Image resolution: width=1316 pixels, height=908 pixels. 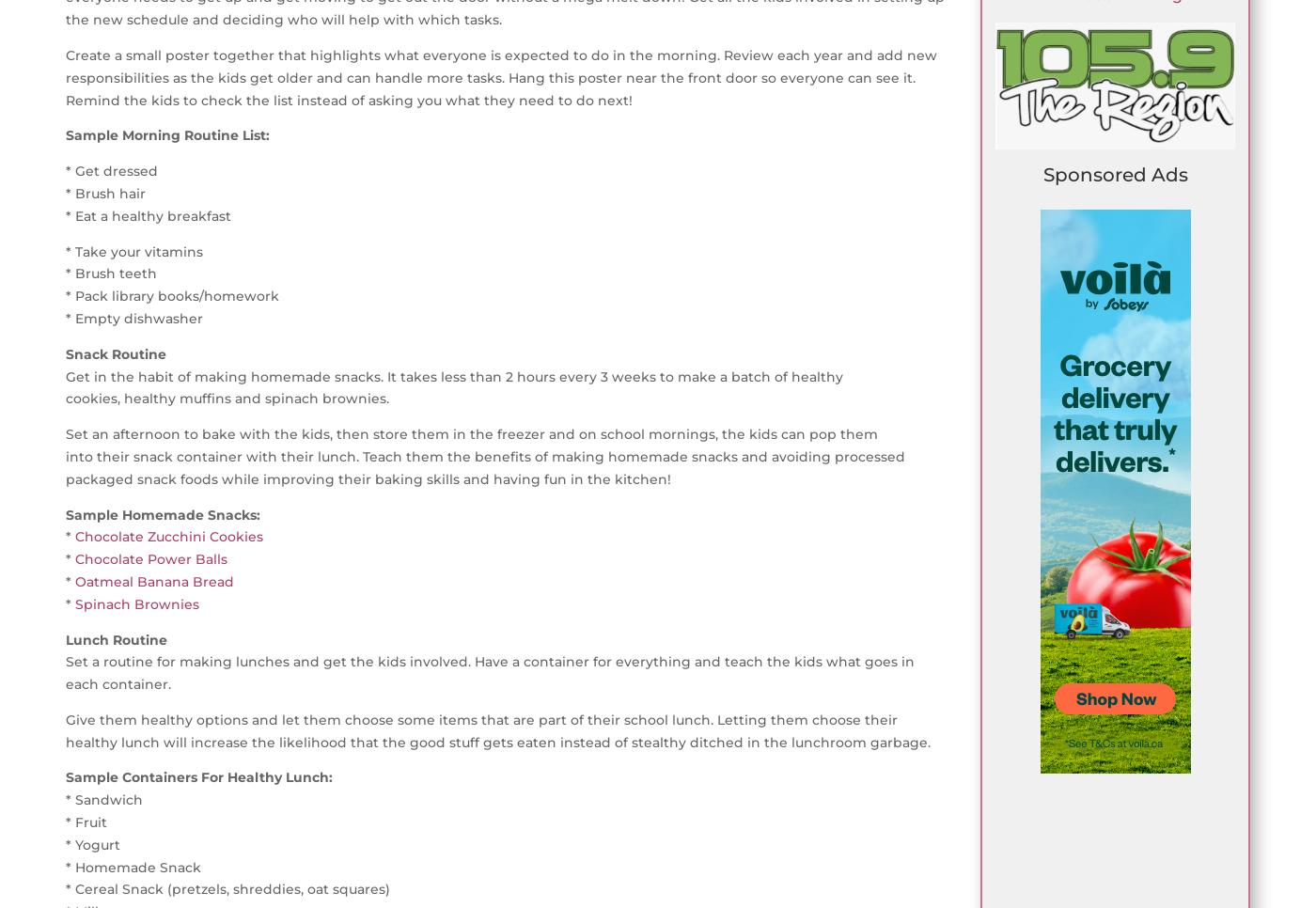 What do you see at coordinates (1114, 174) in the screenshot?
I see `'Sponsored Ads'` at bounding box center [1114, 174].